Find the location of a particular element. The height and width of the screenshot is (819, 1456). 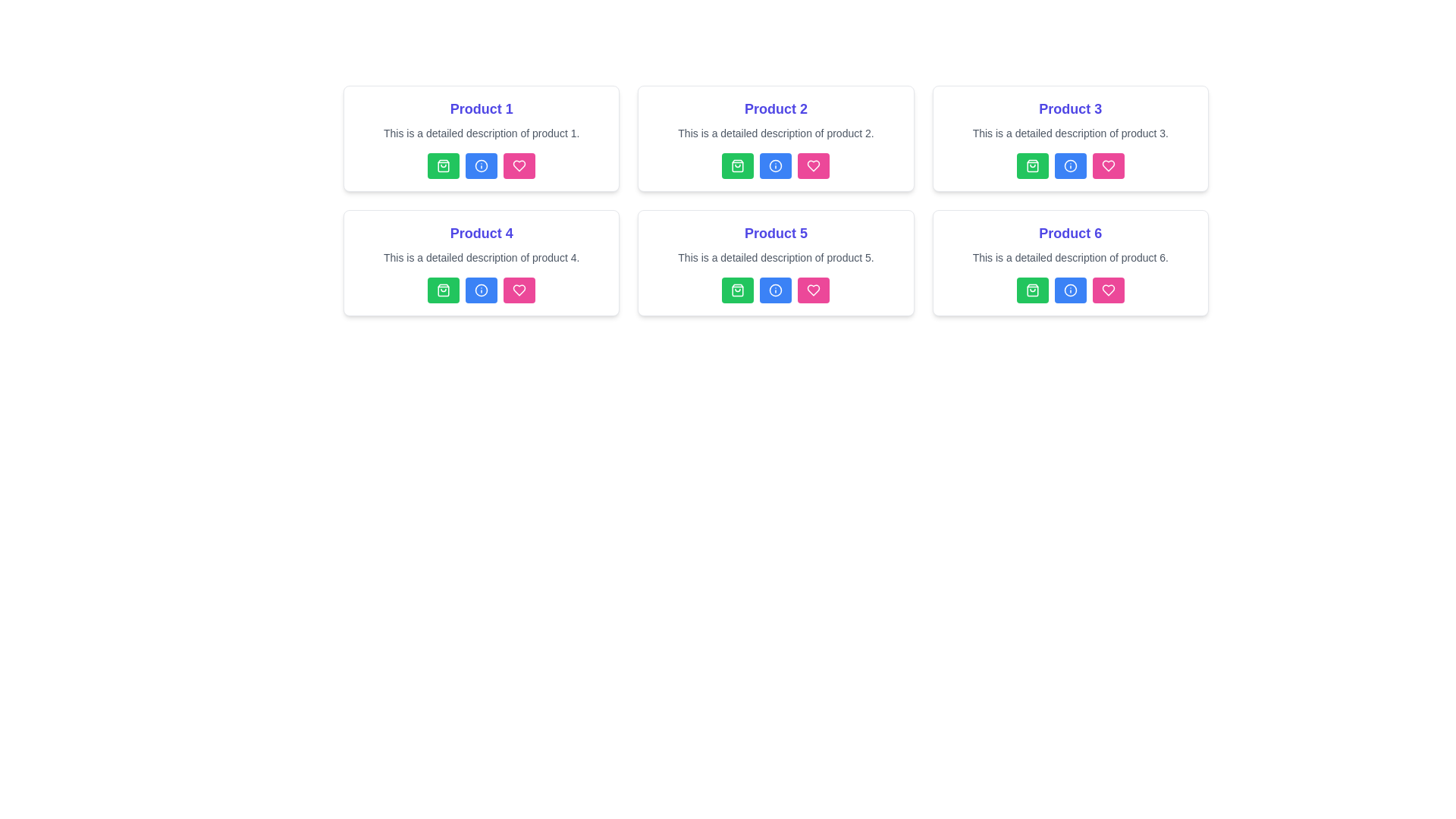

the heart icon button representing the favorite action is located at coordinates (813, 166).